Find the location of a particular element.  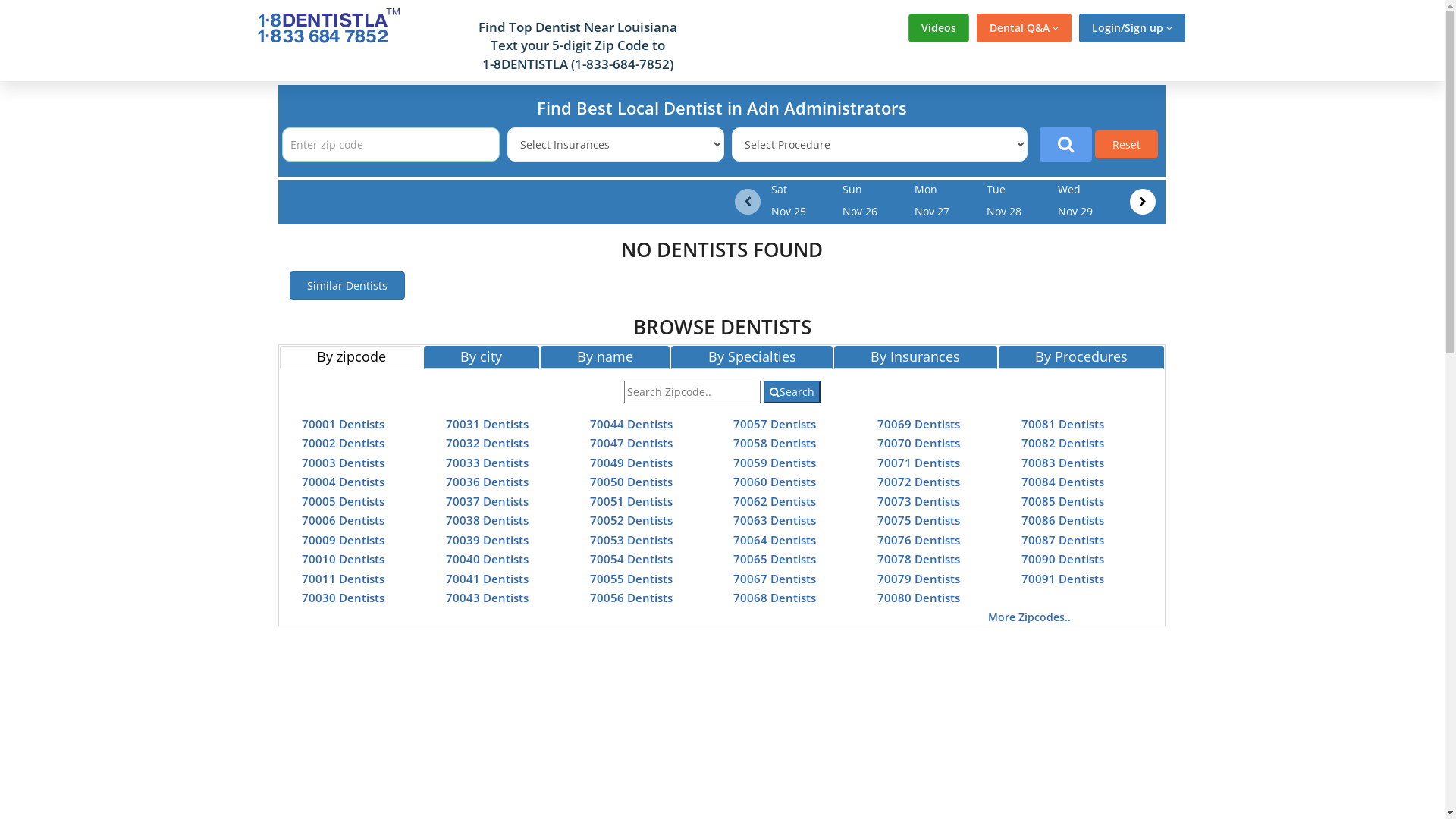

'70073 Dentists' is located at coordinates (918, 500).